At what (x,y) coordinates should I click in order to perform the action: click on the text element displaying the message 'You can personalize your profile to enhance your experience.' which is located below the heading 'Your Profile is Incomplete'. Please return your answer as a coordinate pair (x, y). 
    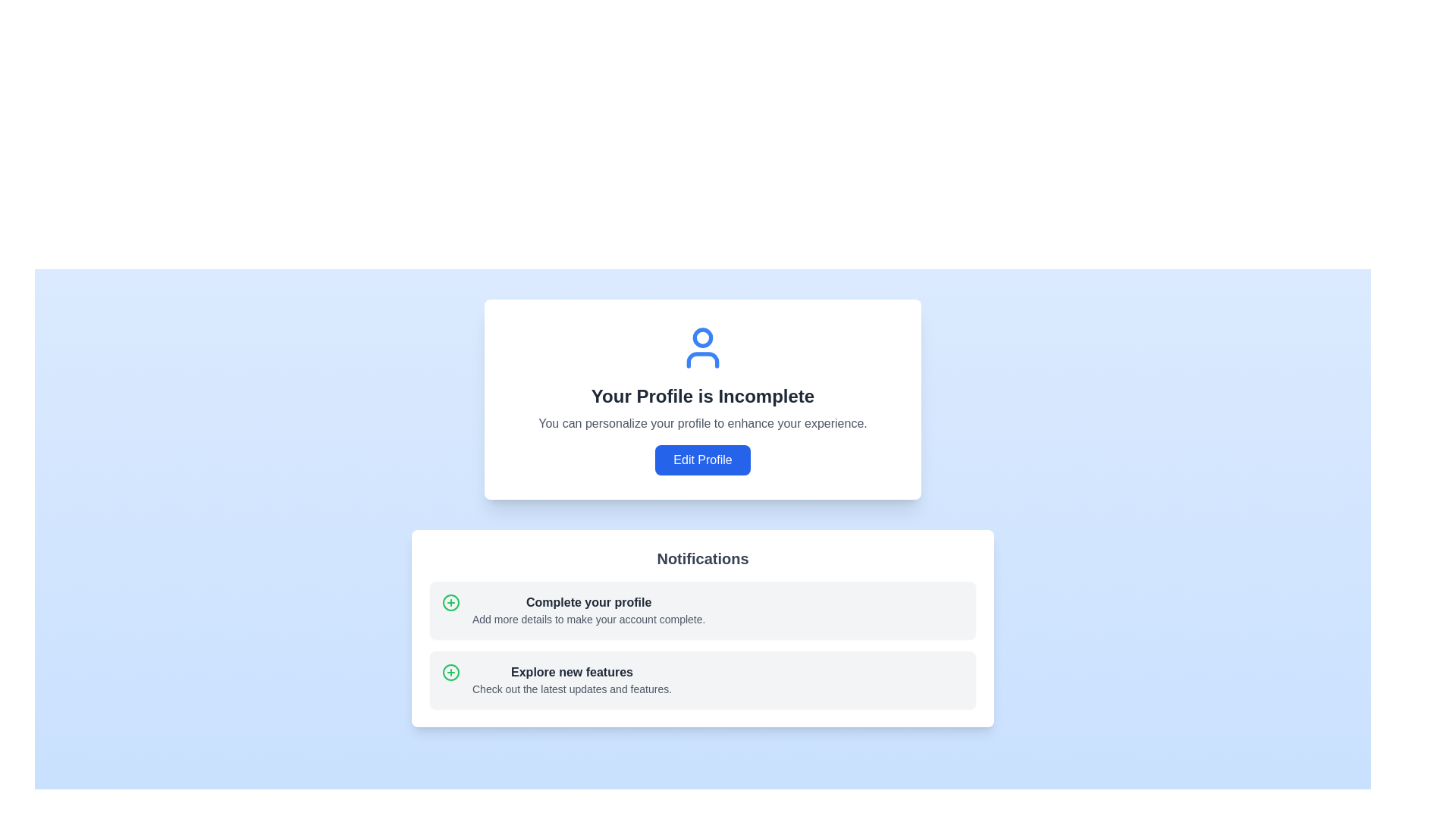
    Looking at the image, I should click on (701, 424).